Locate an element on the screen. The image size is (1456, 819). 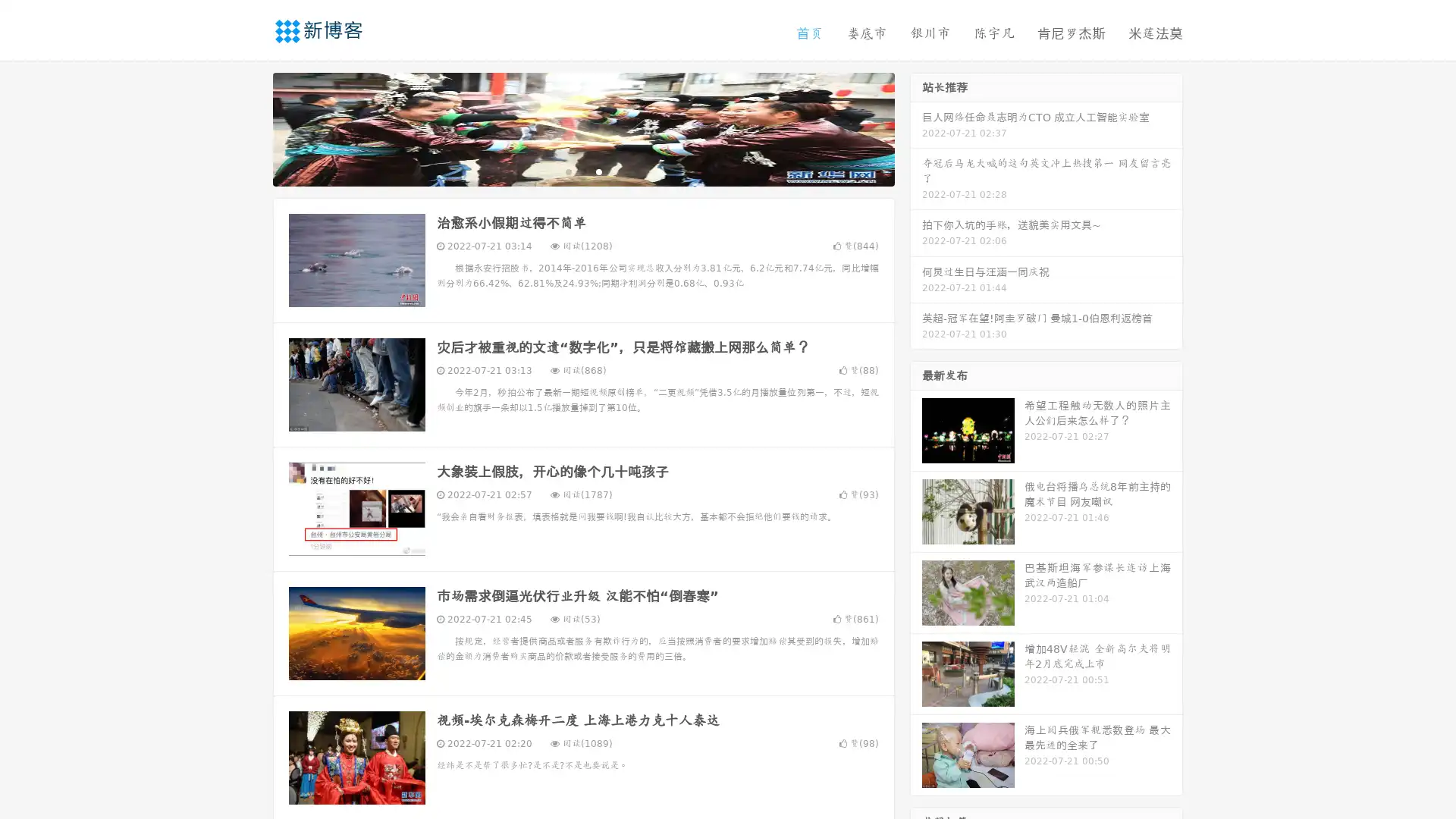
Go to slide 3 is located at coordinates (598, 171).